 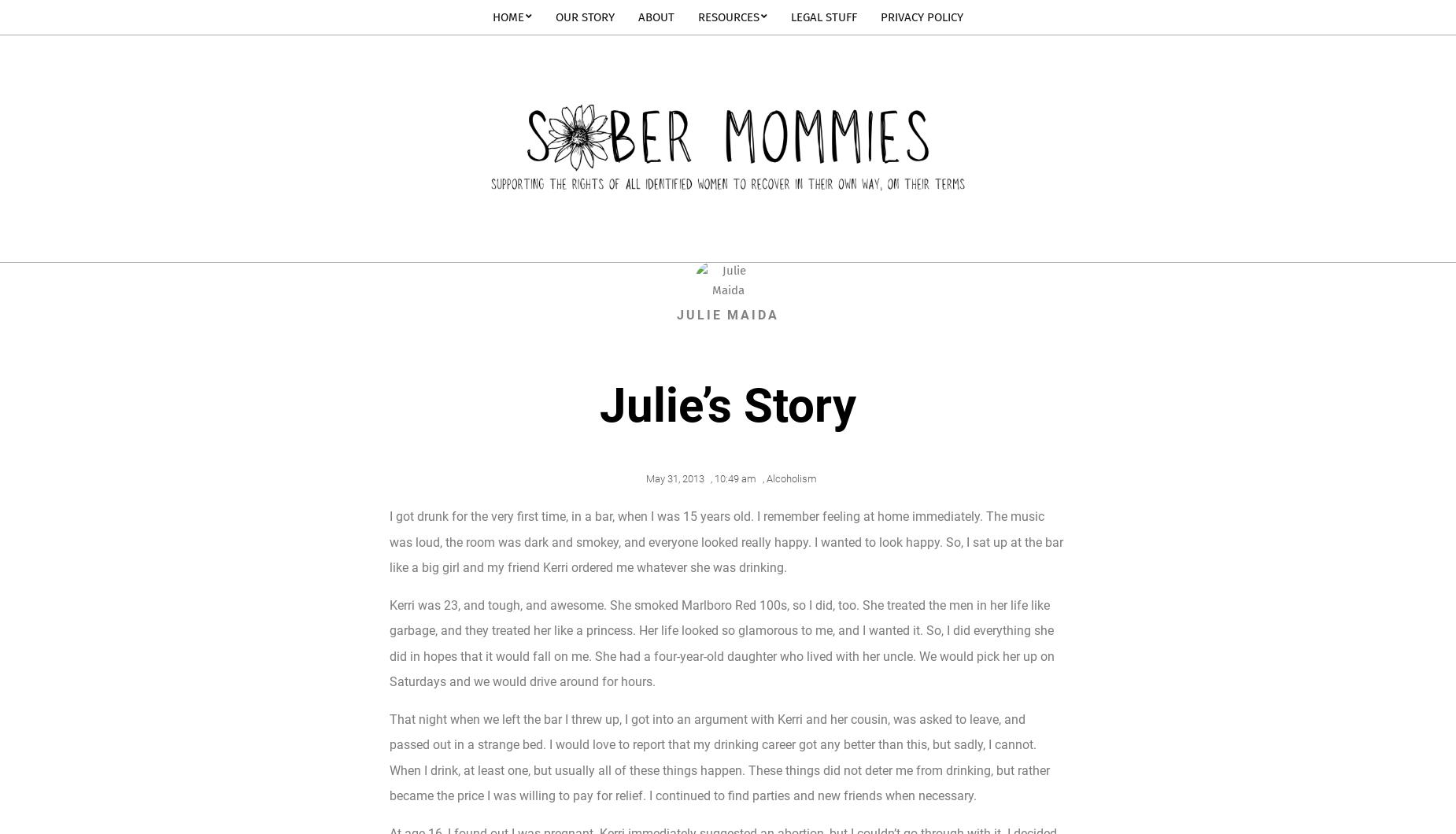 What do you see at coordinates (585, 17) in the screenshot?
I see `'OUR STORY'` at bounding box center [585, 17].